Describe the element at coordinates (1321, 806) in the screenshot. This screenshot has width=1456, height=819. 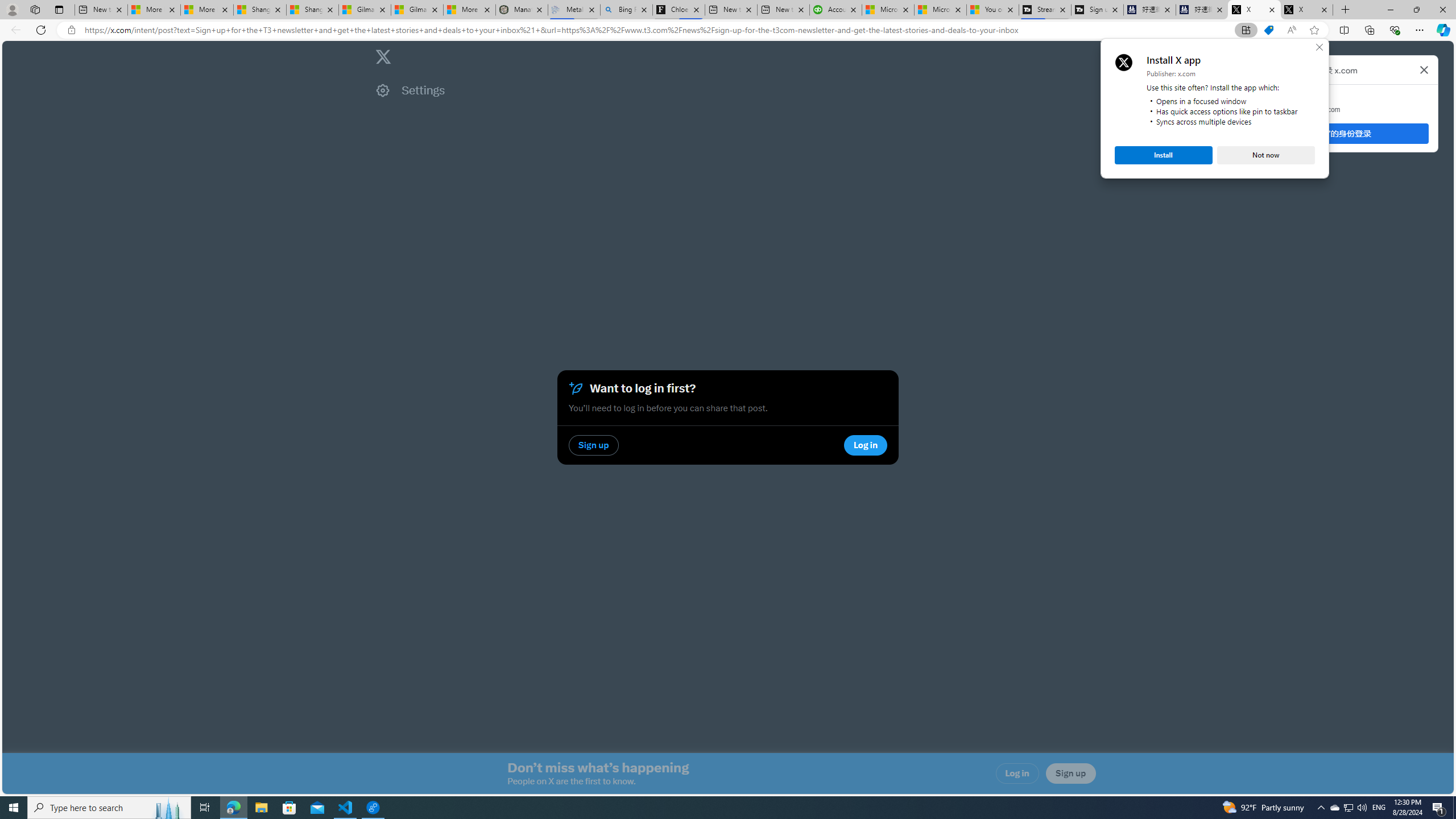
I see `'Notification Chevron'` at that location.